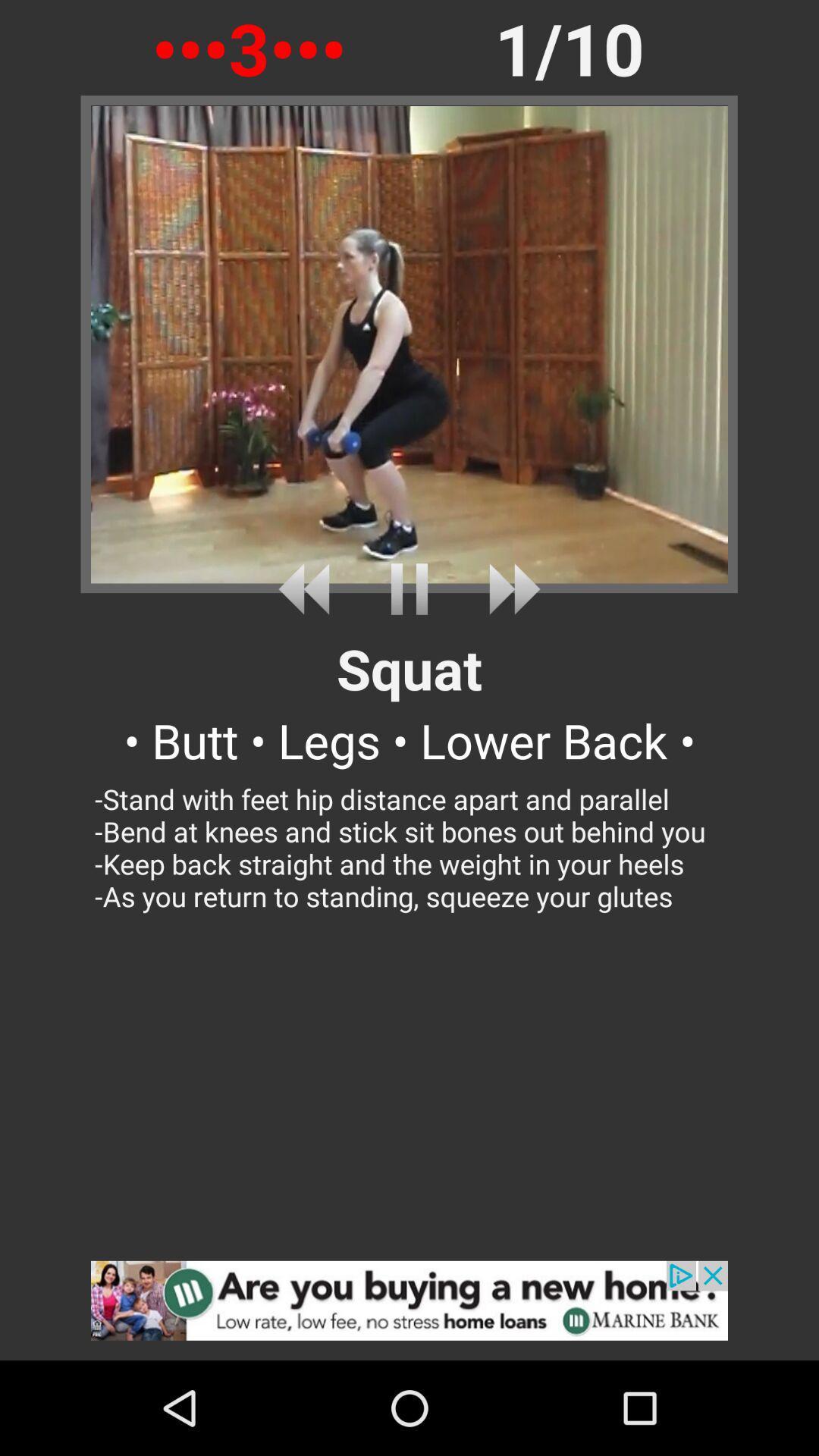 The width and height of the screenshot is (819, 1456). Describe the element at coordinates (509, 588) in the screenshot. I see `forward` at that location.